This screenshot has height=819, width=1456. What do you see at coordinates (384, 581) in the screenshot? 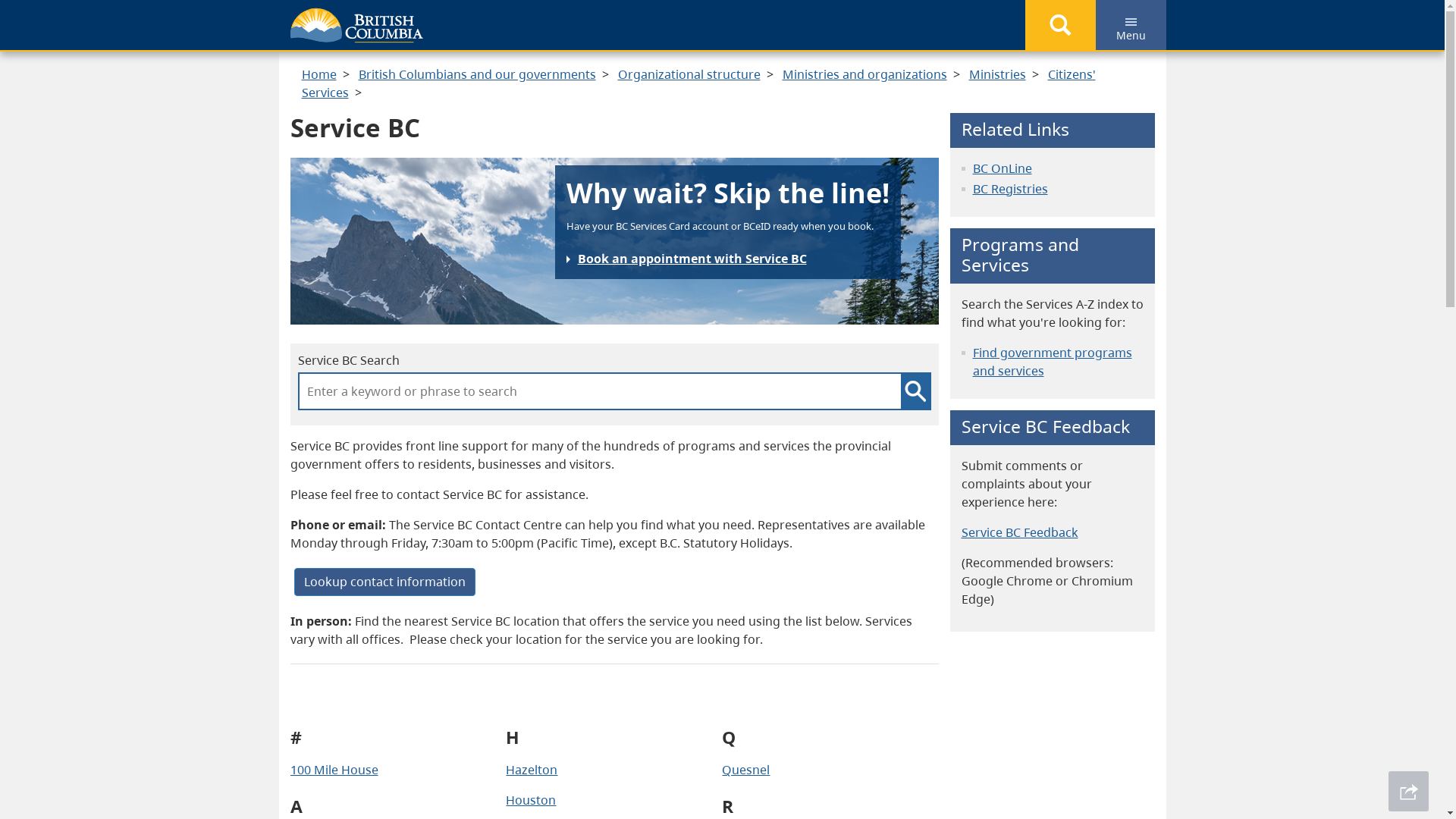
I see `'Lookup contact information'` at bounding box center [384, 581].